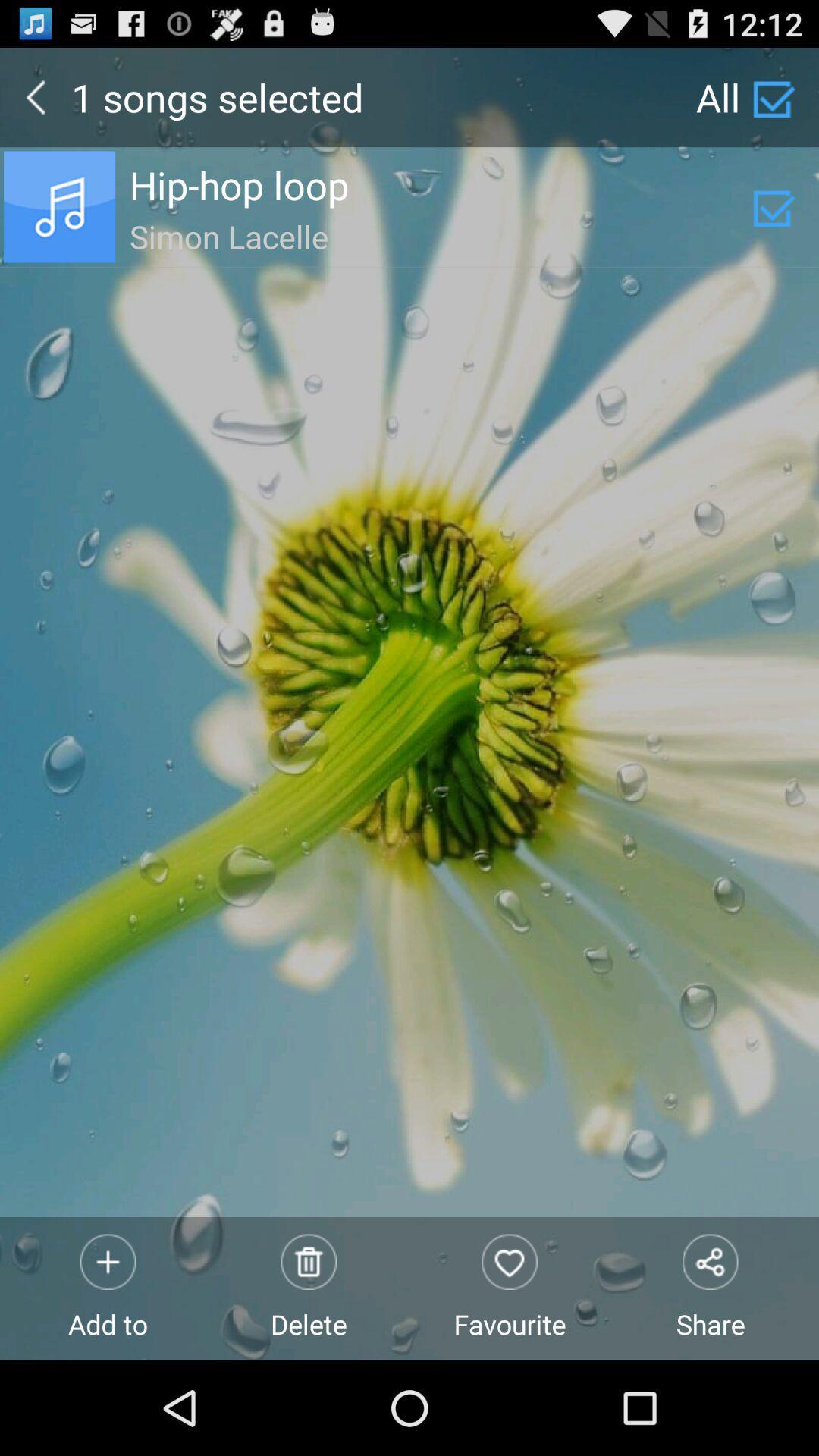  I want to click on share, so click(711, 1288).